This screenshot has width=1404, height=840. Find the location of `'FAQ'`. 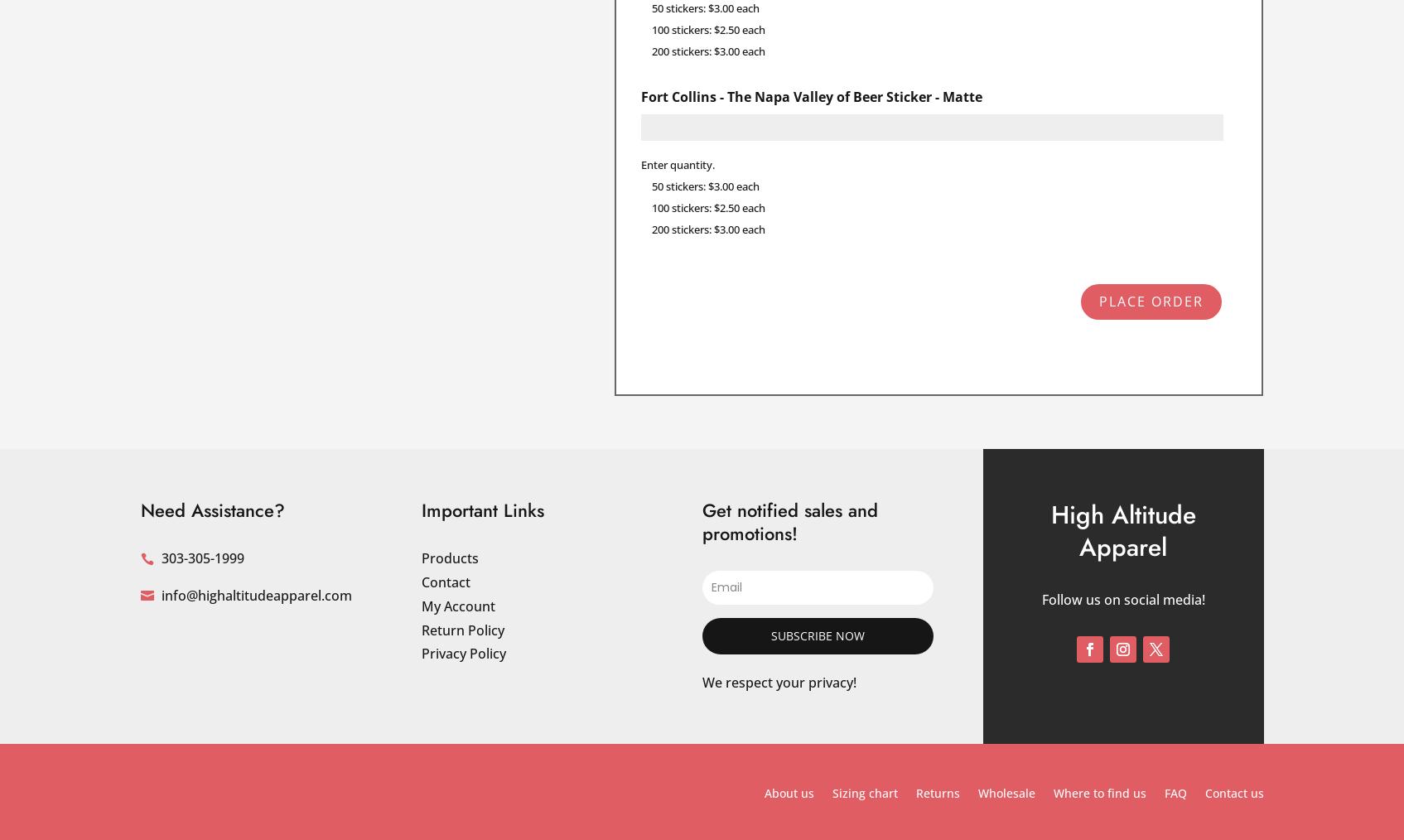

'FAQ' is located at coordinates (1174, 793).